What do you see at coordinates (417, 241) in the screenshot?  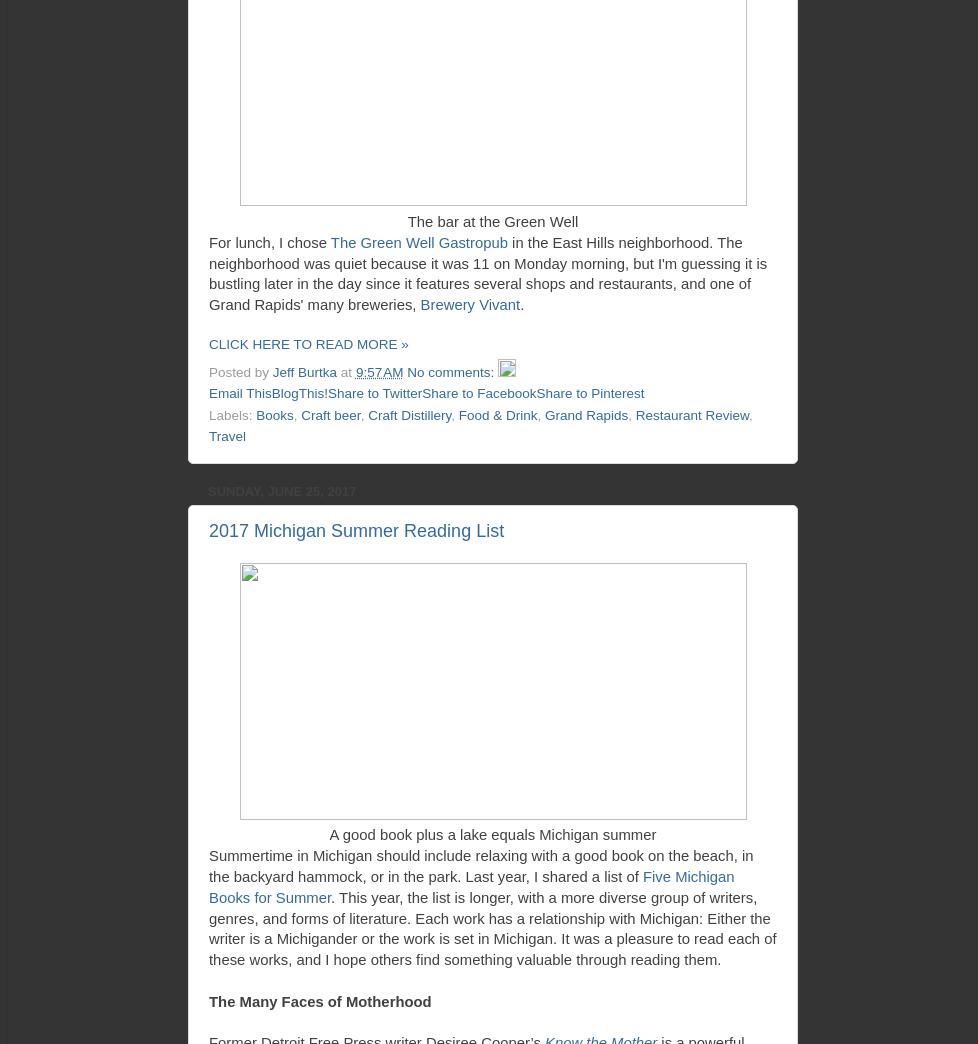 I see `'The Green Well Gastropub'` at bounding box center [417, 241].